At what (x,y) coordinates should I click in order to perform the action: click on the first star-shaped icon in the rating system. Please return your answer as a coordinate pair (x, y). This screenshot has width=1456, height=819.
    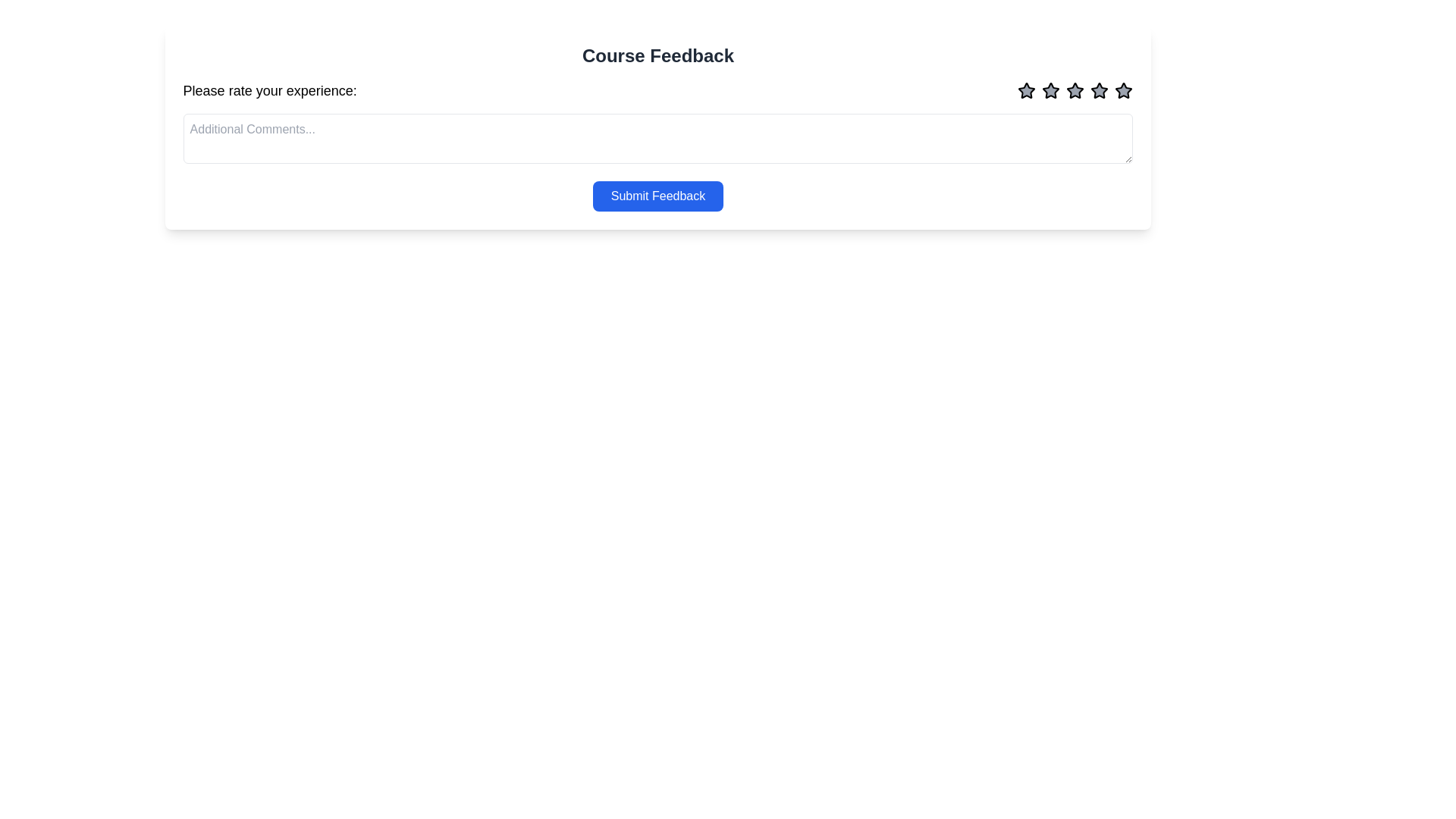
    Looking at the image, I should click on (1027, 90).